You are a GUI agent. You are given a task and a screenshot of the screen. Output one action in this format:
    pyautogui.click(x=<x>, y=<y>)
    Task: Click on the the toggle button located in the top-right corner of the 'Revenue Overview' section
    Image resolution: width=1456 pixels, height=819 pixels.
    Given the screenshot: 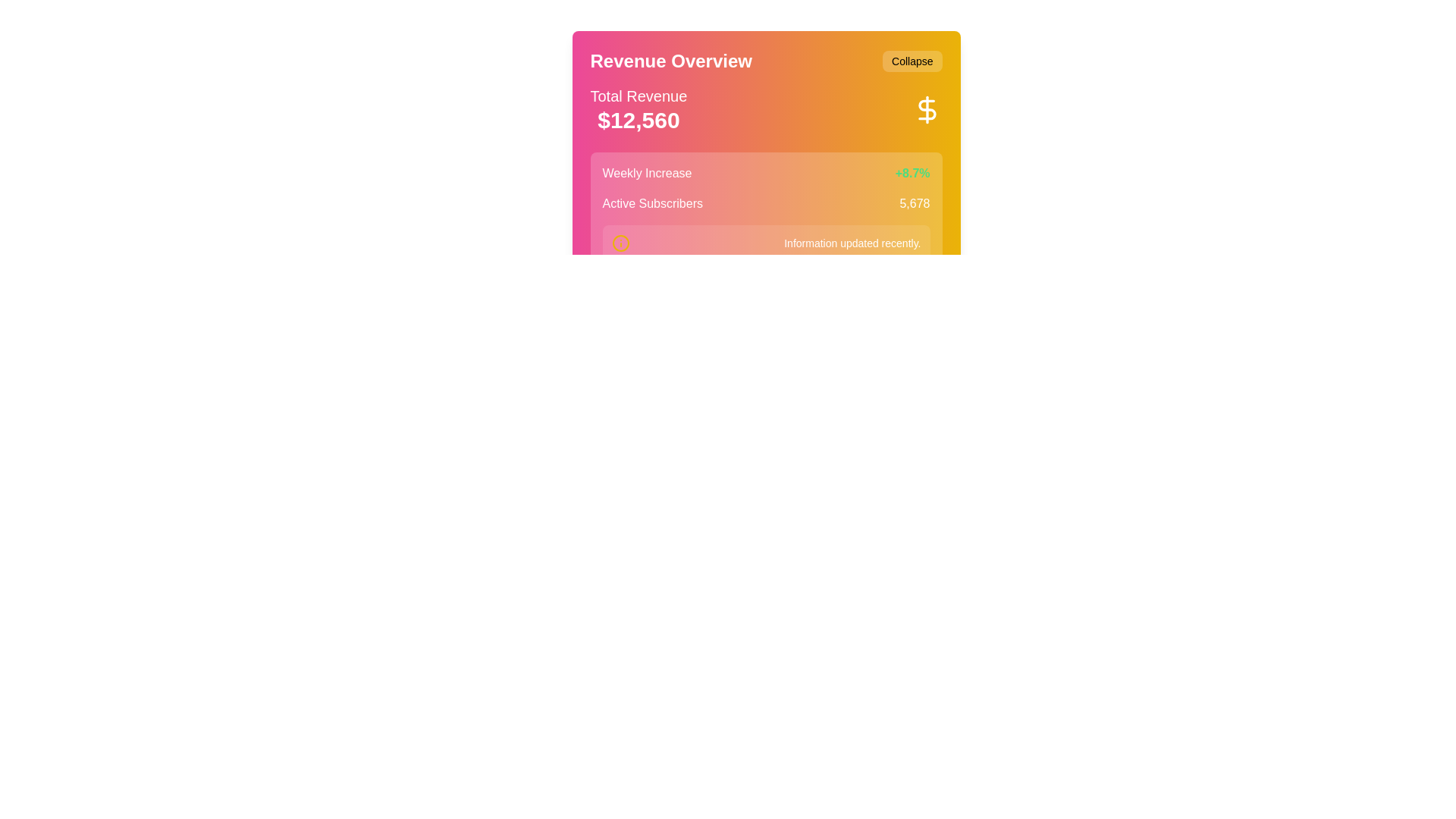 What is the action you would take?
    pyautogui.click(x=912, y=61)
    